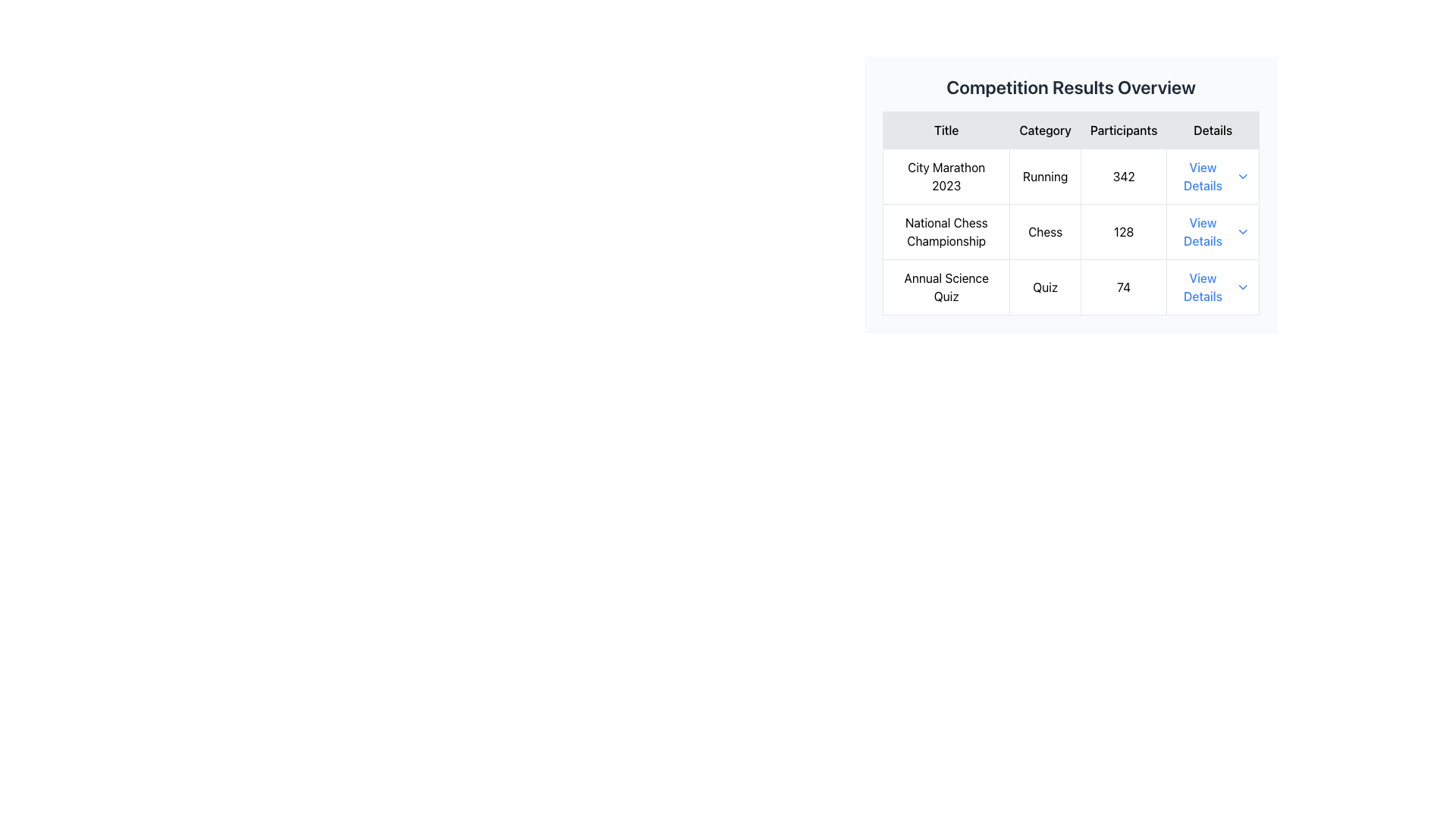 The height and width of the screenshot is (819, 1456). What do you see at coordinates (946, 130) in the screenshot?
I see `text of the 'Title' column header, which is the first header in the table grid layout` at bounding box center [946, 130].